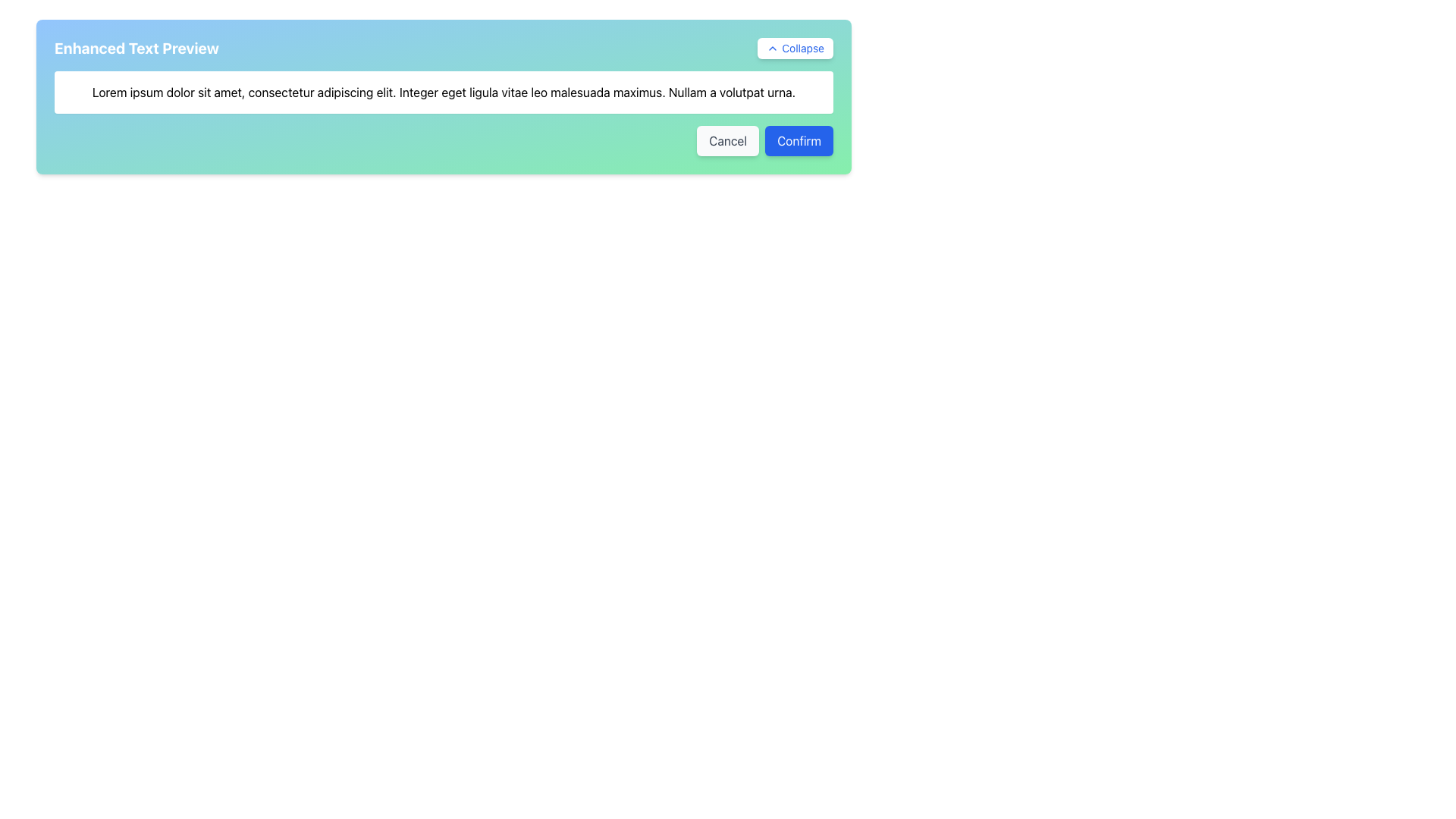  What do you see at coordinates (728, 140) in the screenshot?
I see `the 'Cancel' button at the lower-right corner of the modal` at bounding box center [728, 140].